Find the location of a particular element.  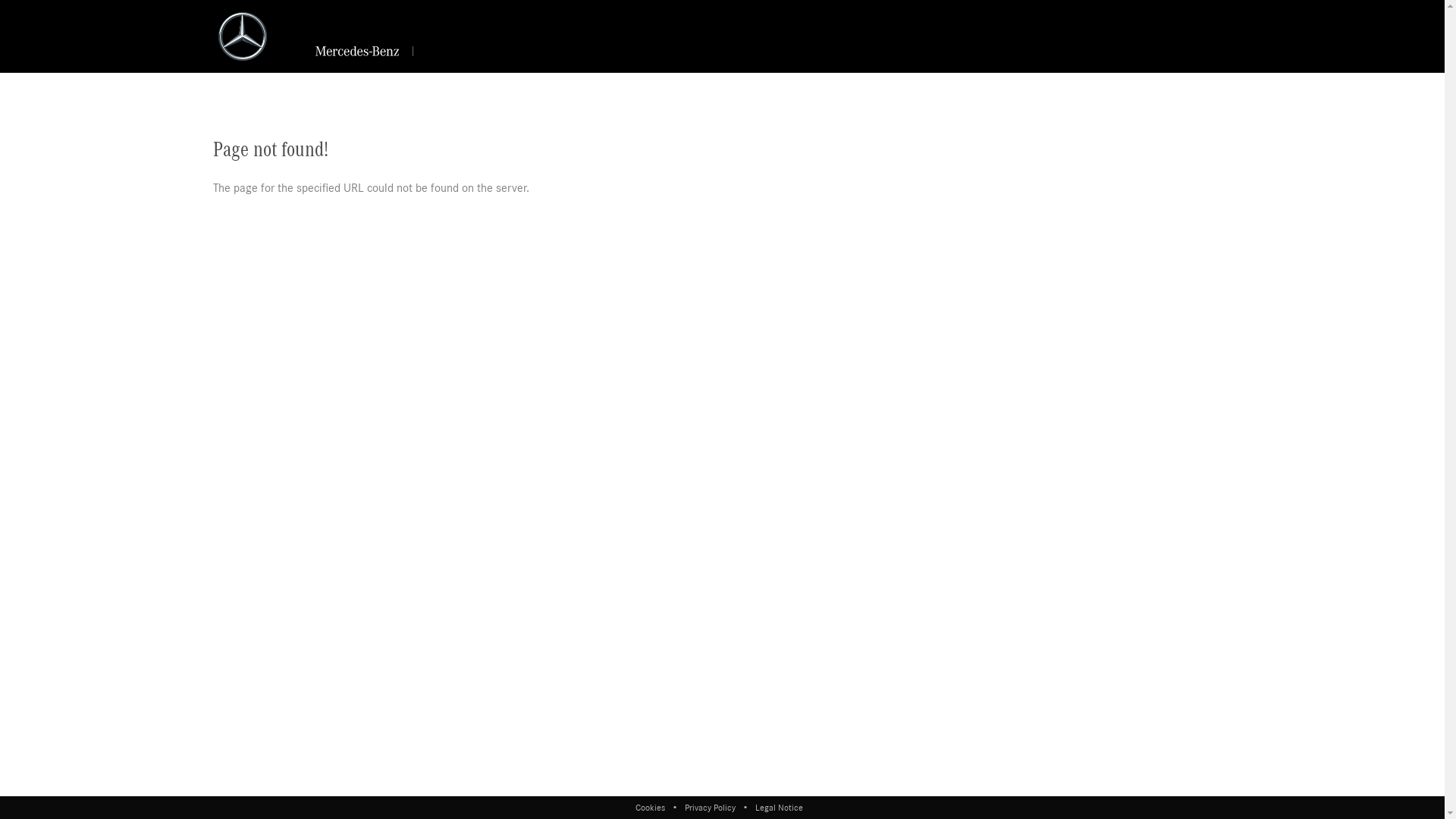

'Cookies' is located at coordinates (654, 806).